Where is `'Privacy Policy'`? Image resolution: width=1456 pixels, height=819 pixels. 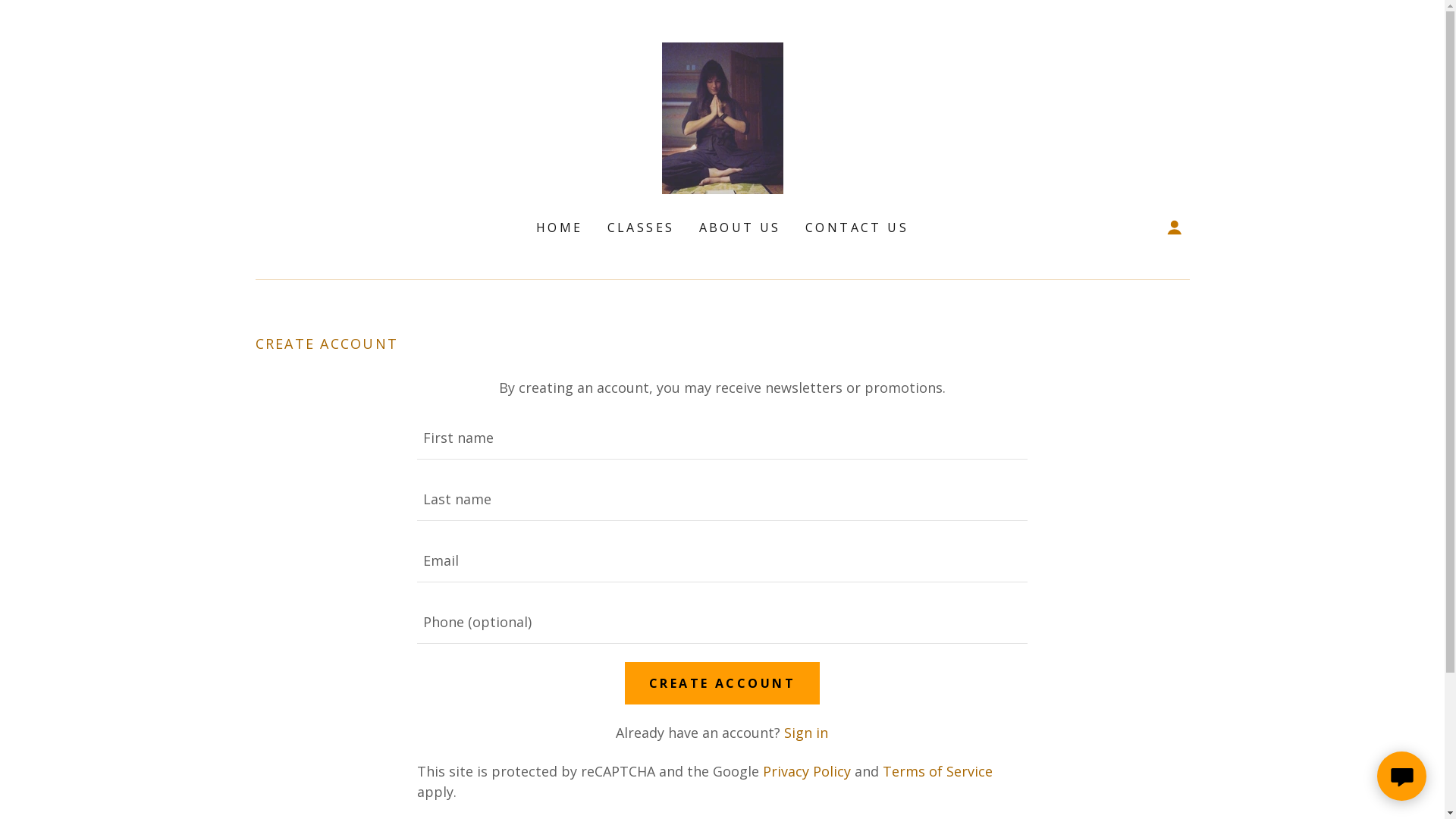
'Privacy Policy' is located at coordinates (763, 771).